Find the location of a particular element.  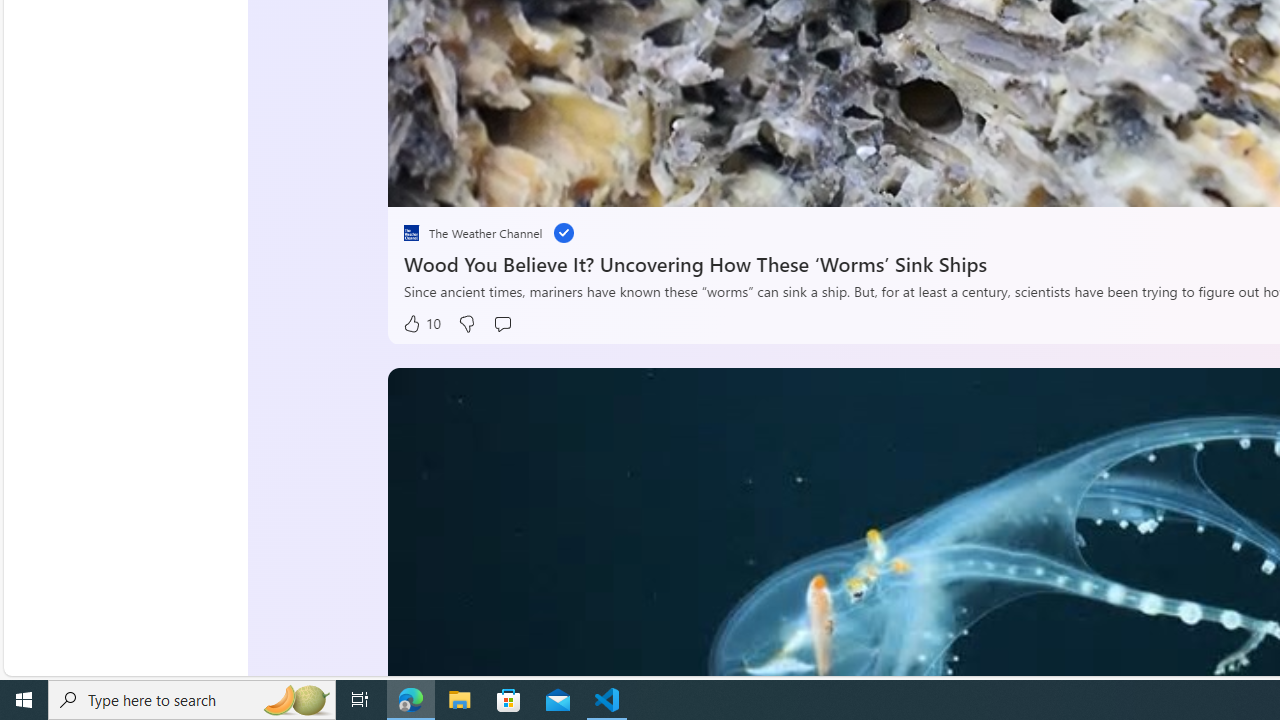

'Type here to search' is located at coordinates (192, 698).